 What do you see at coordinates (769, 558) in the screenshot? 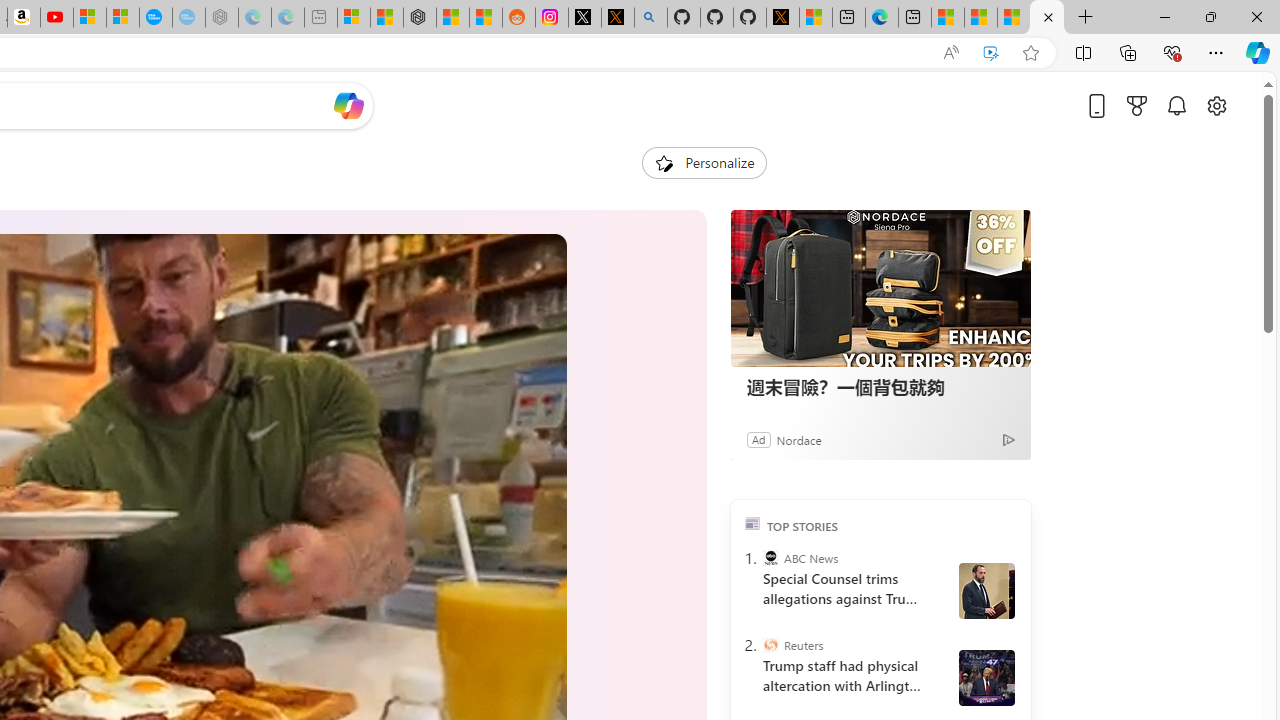
I see `'ABC News'` at bounding box center [769, 558].